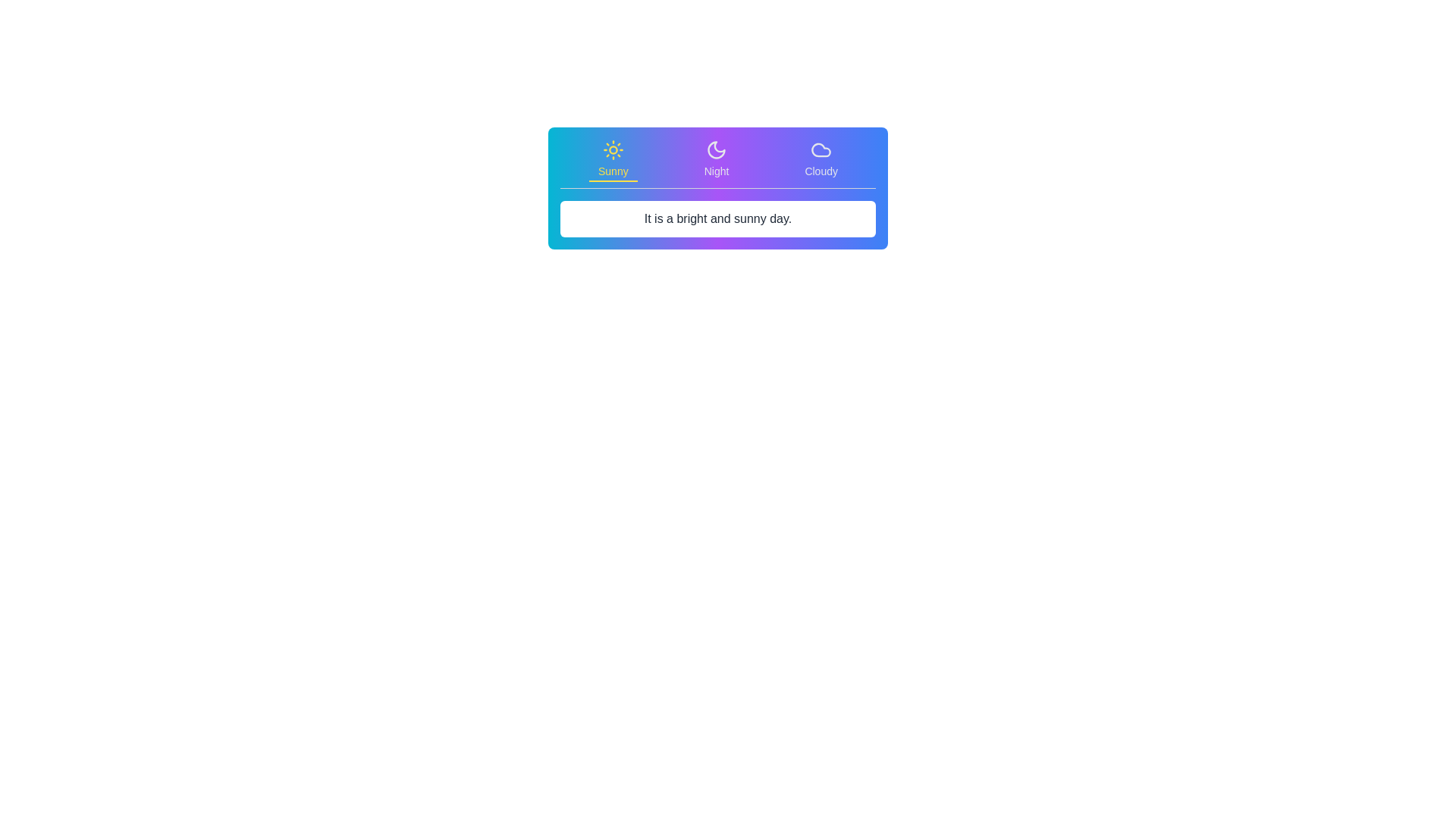  What do you see at coordinates (821, 158) in the screenshot?
I see `the 'Cloudy' state button in the weather-related user interface` at bounding box center [821, 158].